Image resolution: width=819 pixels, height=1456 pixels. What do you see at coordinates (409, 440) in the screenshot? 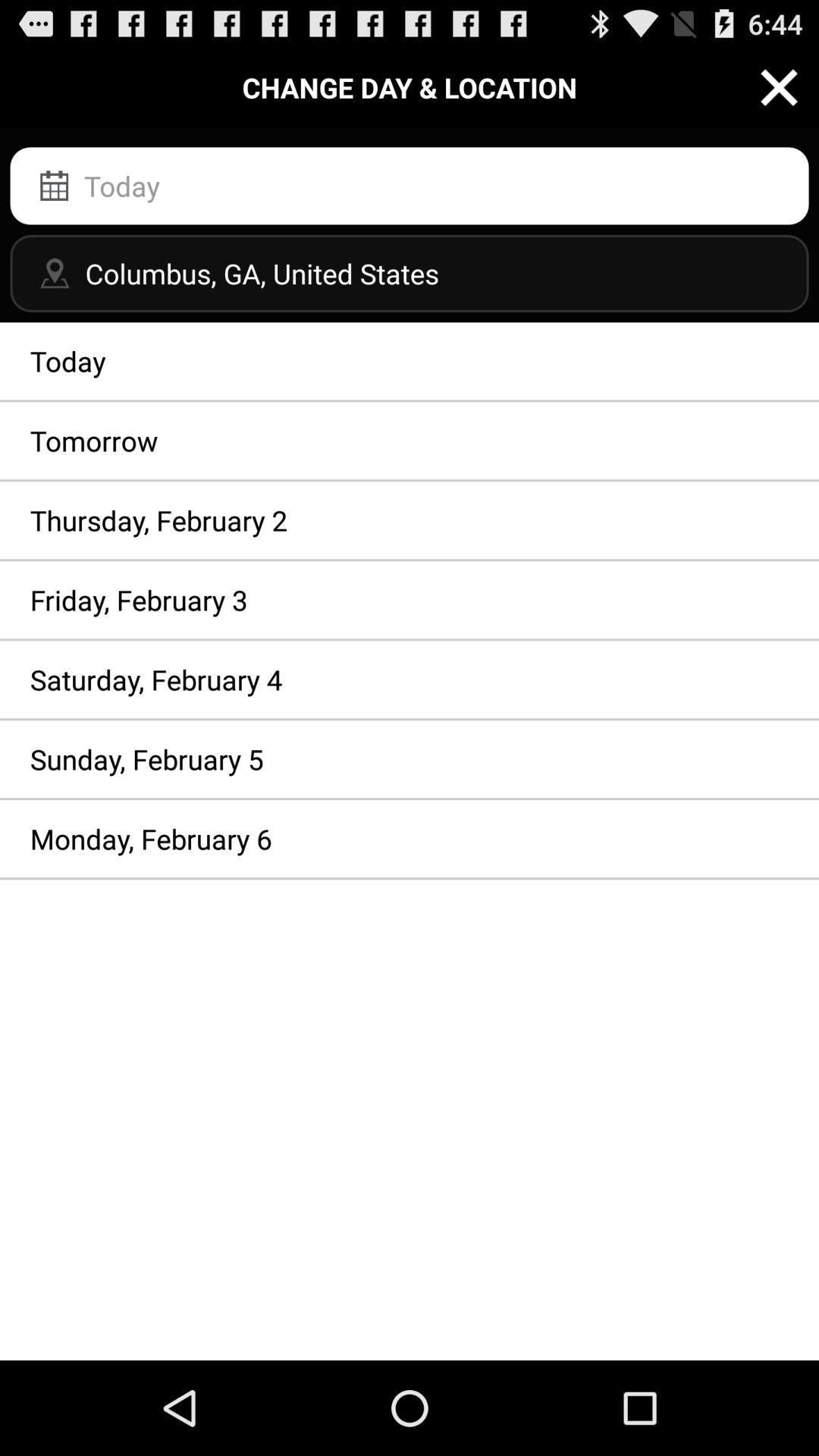
I see `the icon above the thursday, february 2` at bounding box center [409, 440].